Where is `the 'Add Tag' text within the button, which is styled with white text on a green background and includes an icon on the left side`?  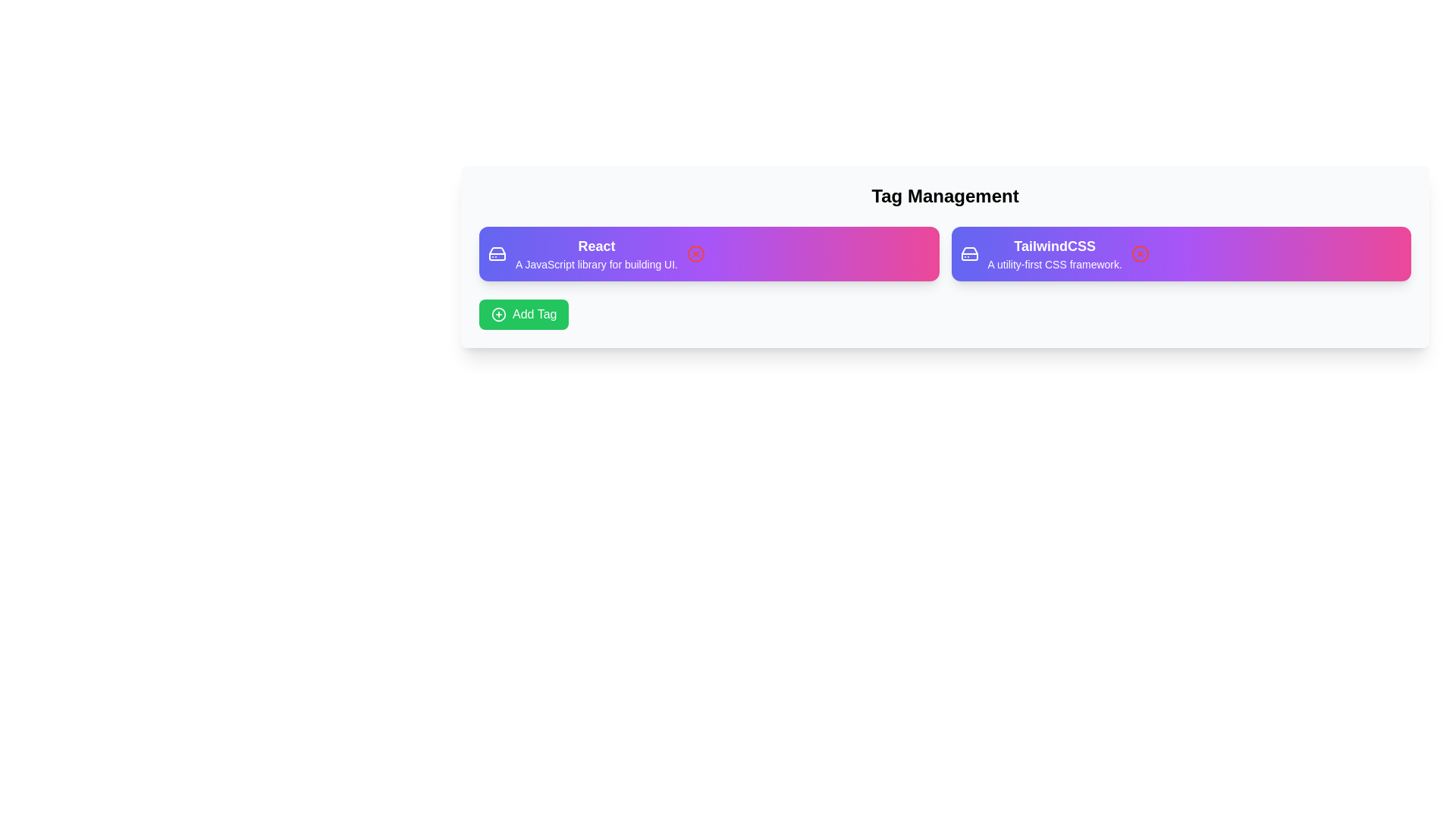
the 'Add Tag' text within the button, which is styled with white text on a green background and includes an icon on the left side is located at coordinates (535, 314).